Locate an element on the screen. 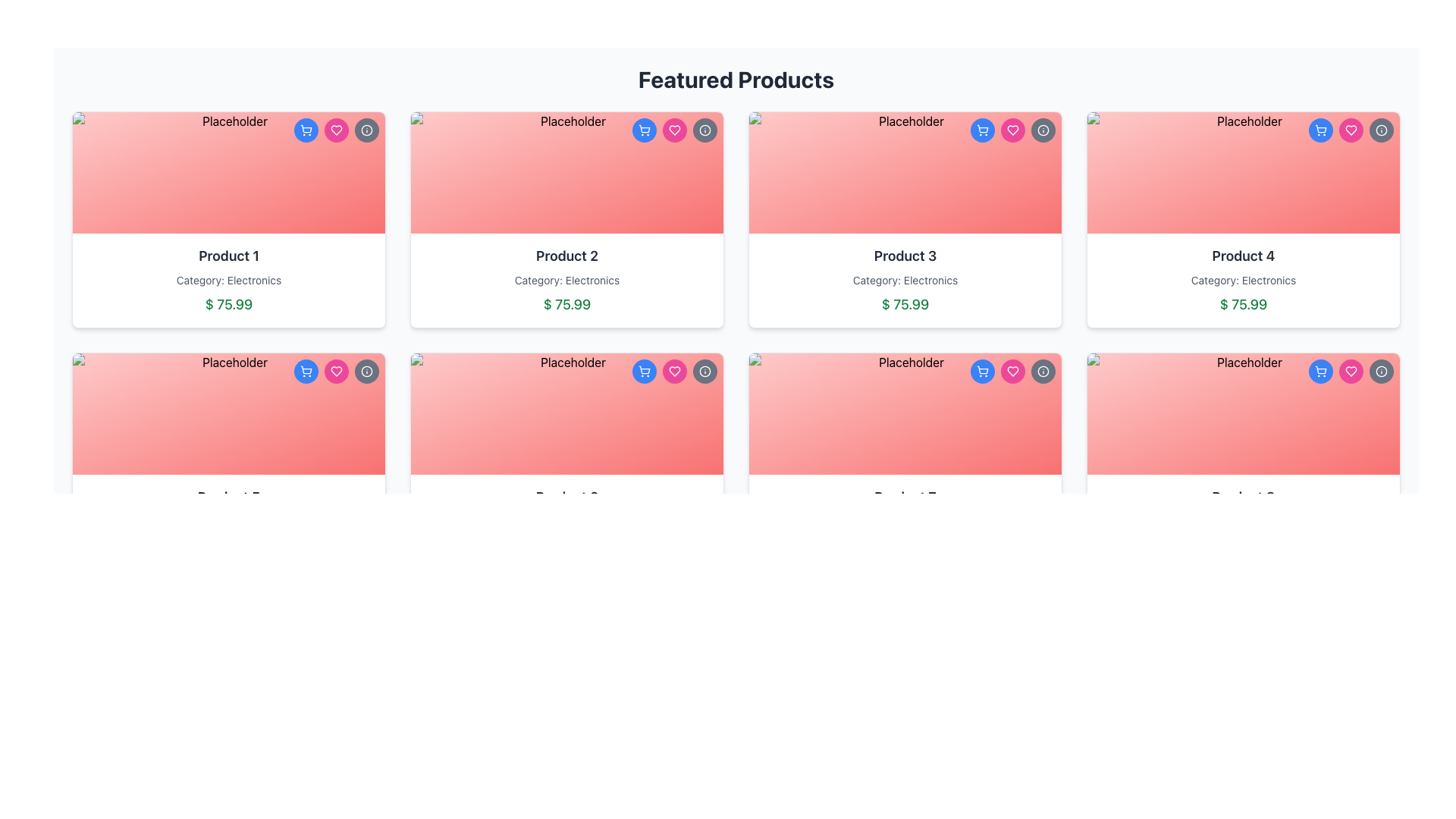 The width and height of the screenshot is (1456, 819). the price text of 'Product 2' is located at coordinates (566, 304).